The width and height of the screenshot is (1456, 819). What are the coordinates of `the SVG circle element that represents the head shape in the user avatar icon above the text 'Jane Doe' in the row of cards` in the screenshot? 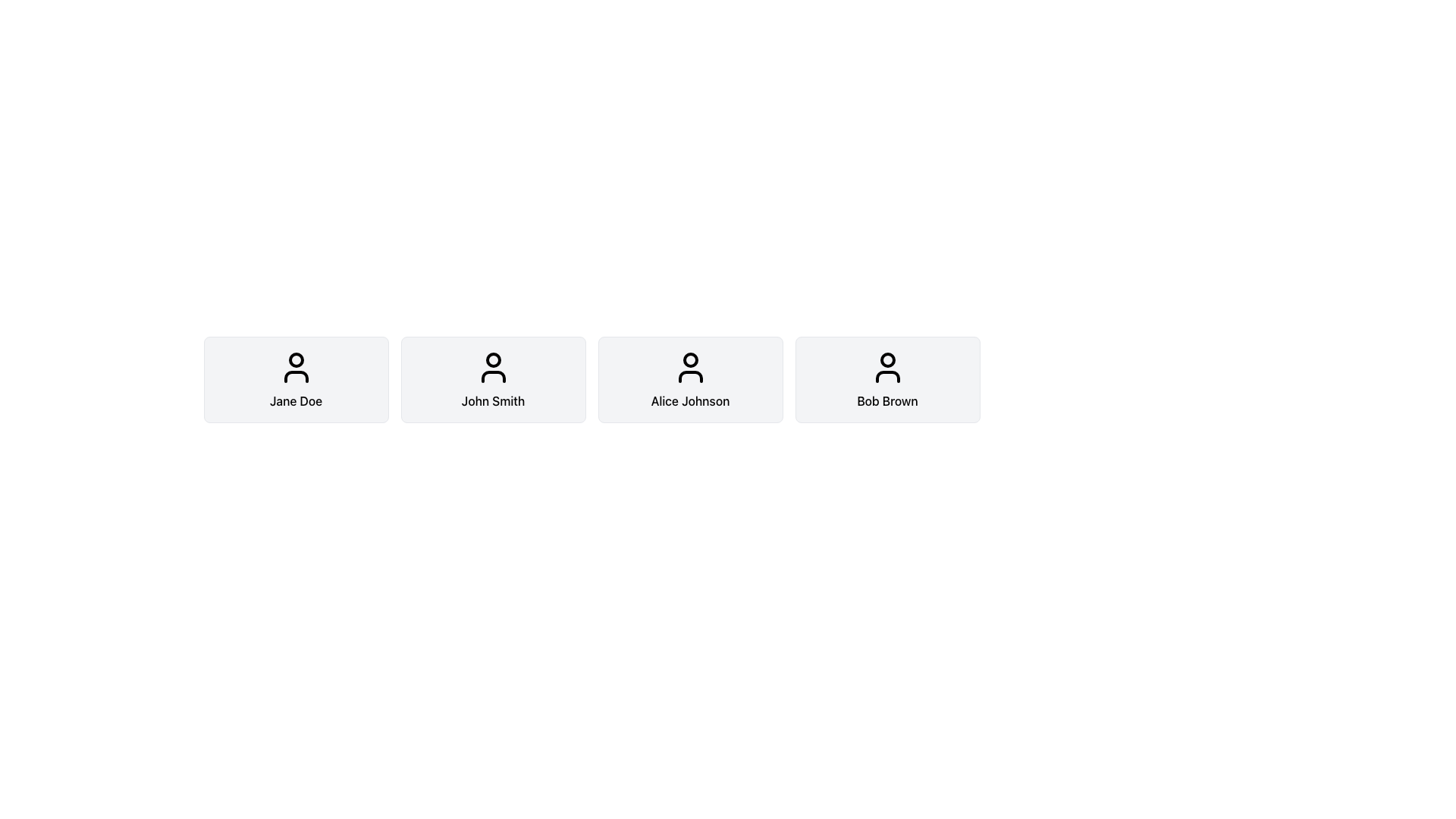 It's located at (296, 359).